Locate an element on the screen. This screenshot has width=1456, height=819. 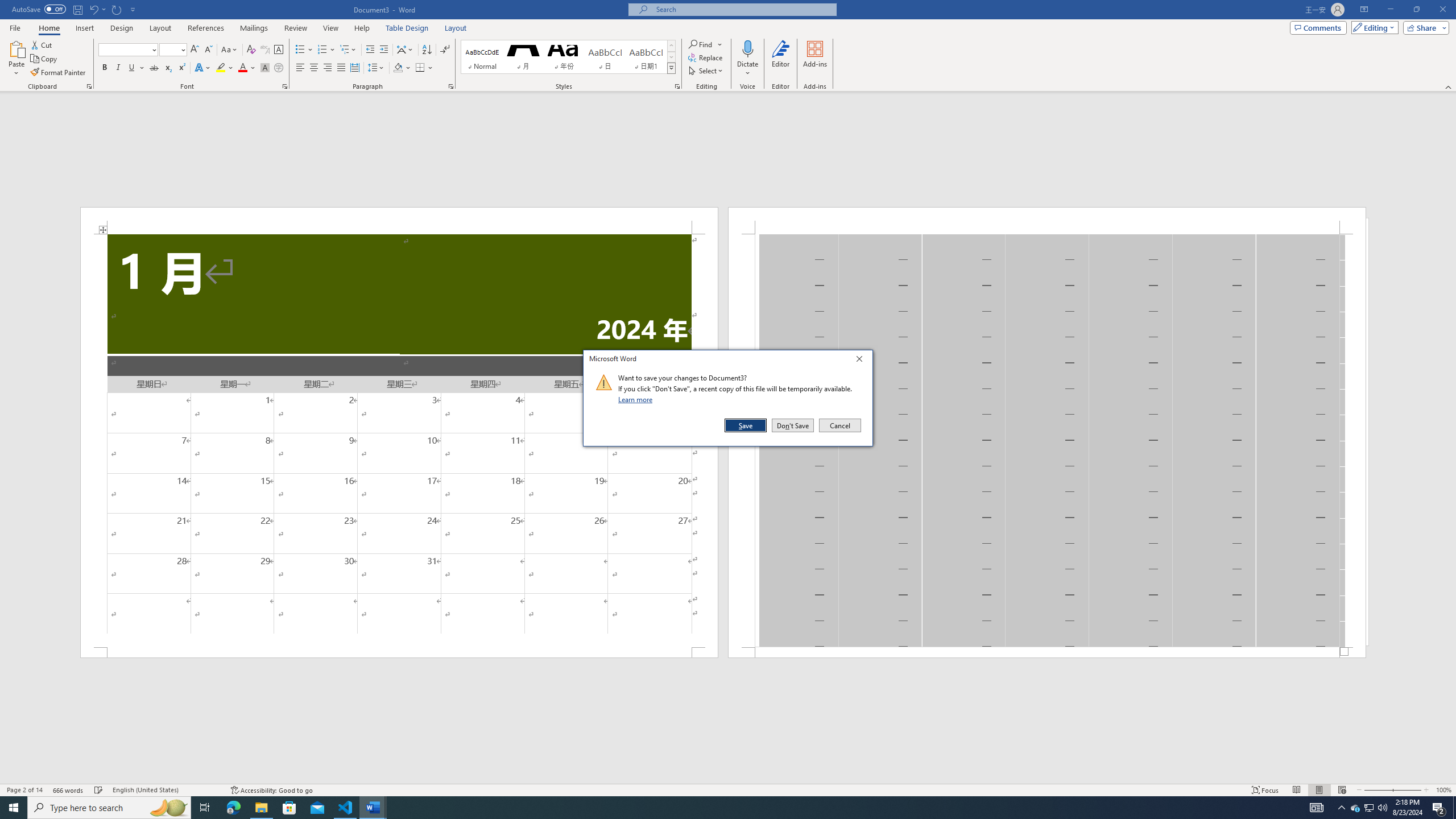
'Bold' is located at coordinates (104, 67).